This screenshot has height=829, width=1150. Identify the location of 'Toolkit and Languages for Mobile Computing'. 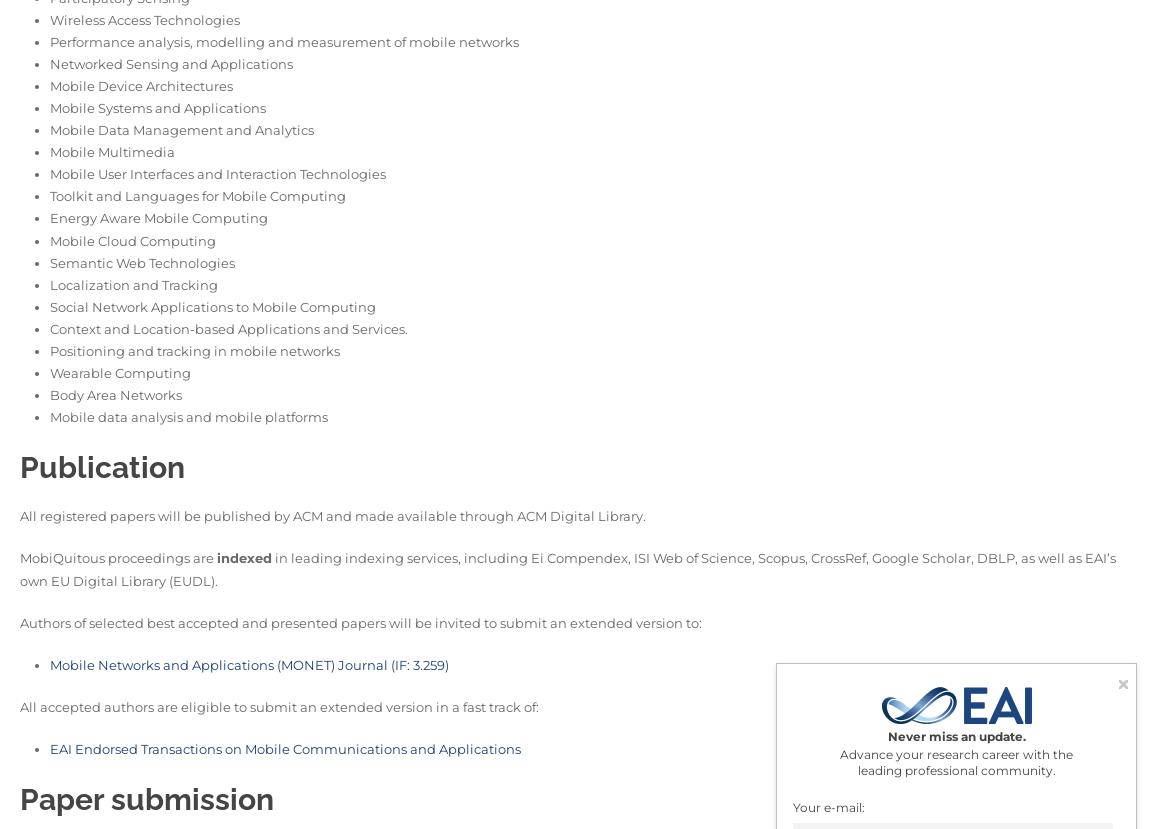
(49, 194).